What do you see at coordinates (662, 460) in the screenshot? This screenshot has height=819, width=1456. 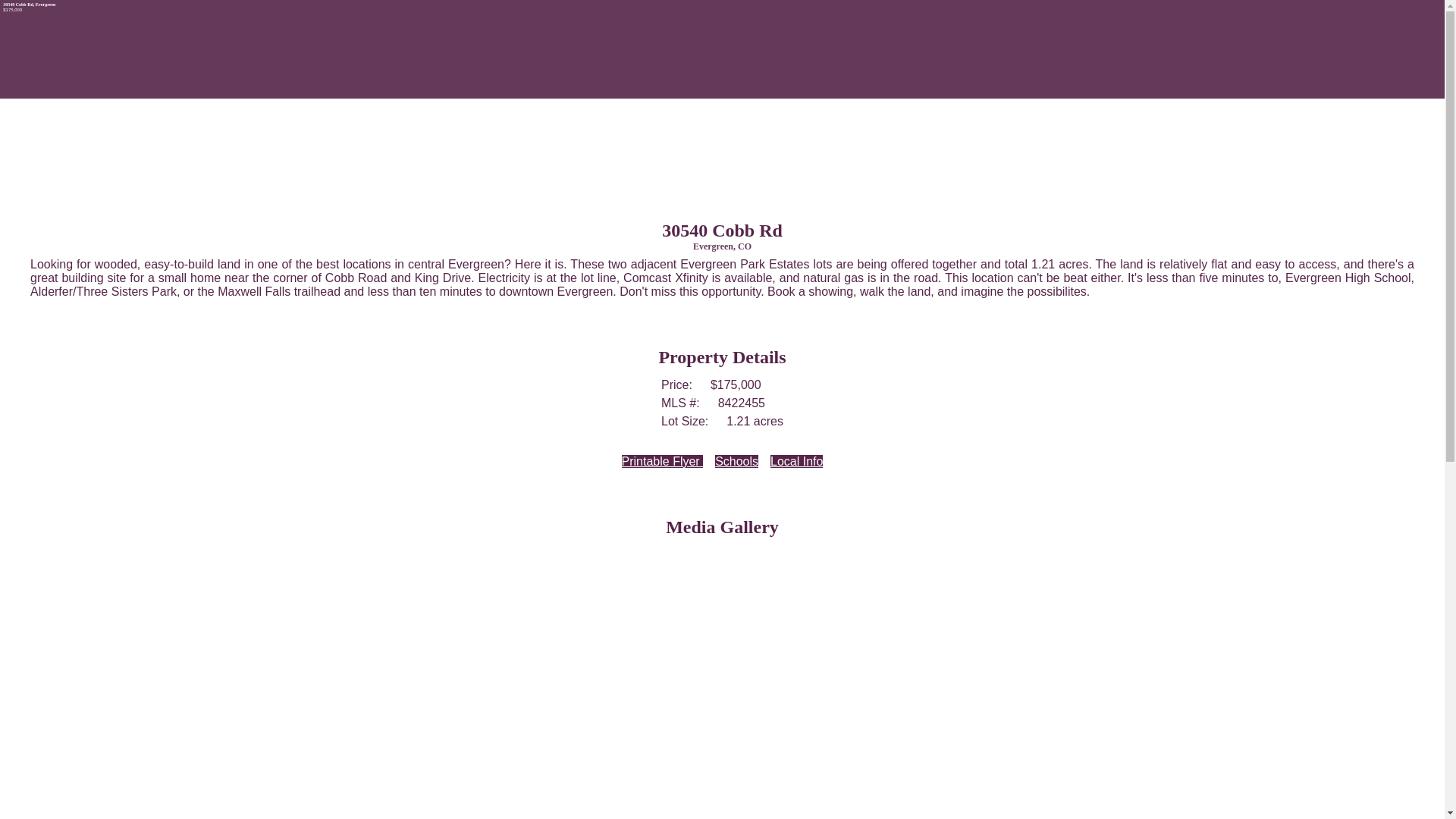 I see `'Printable Flyer'` at bounding box center [662, 460].